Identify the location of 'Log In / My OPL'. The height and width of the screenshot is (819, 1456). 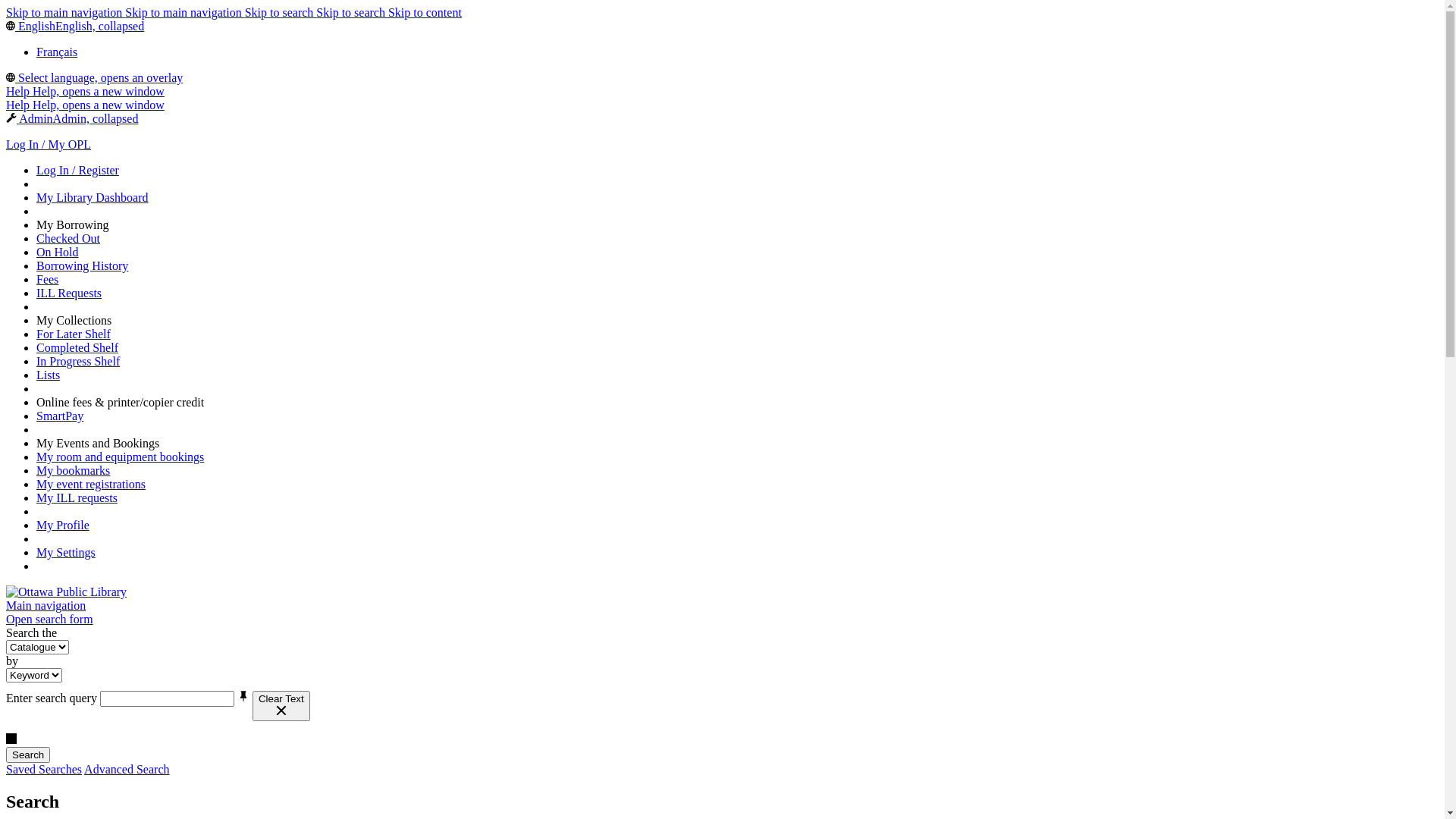
(48, 144).